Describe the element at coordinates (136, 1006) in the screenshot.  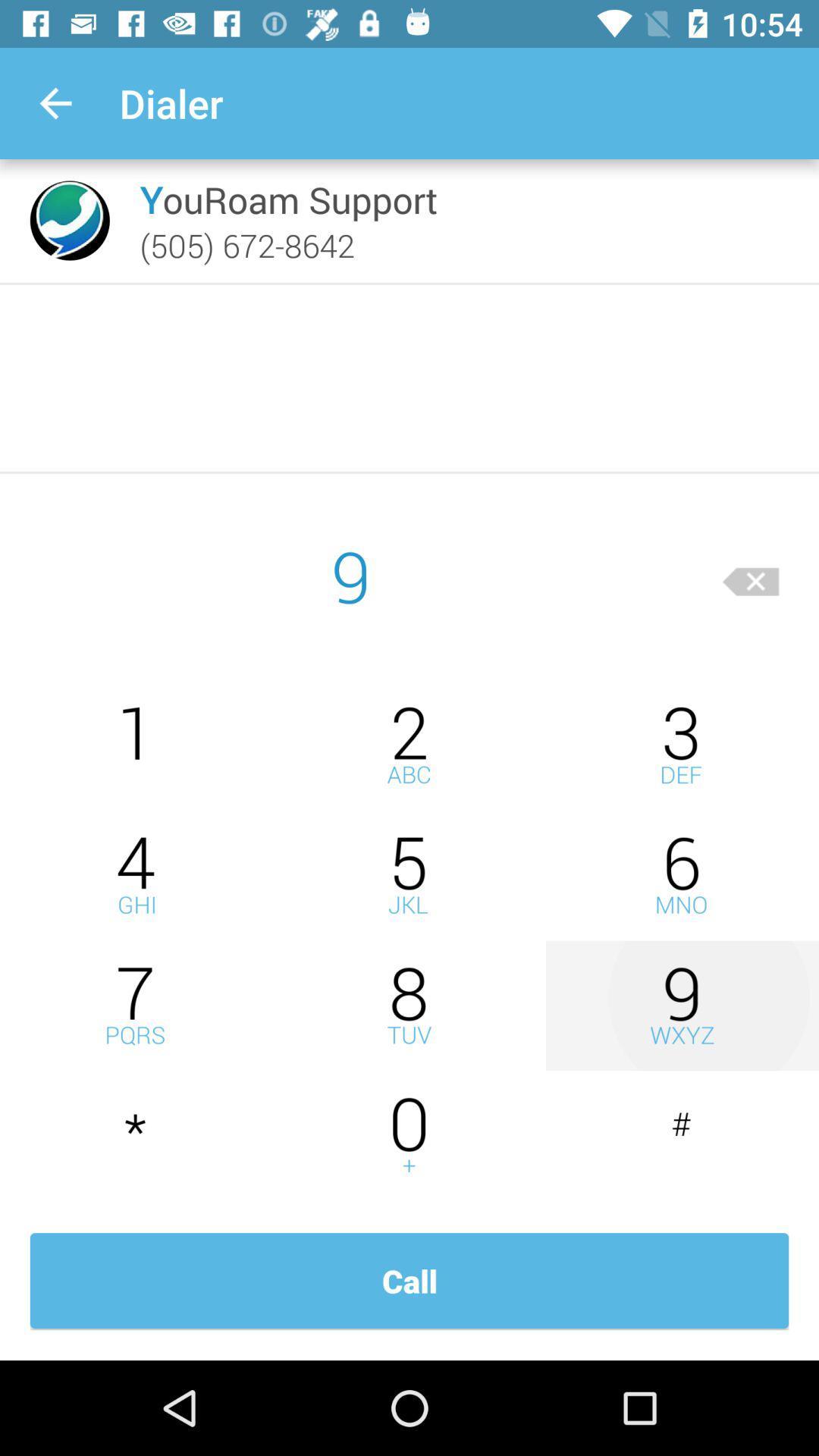
I see `dail 7` at that location.